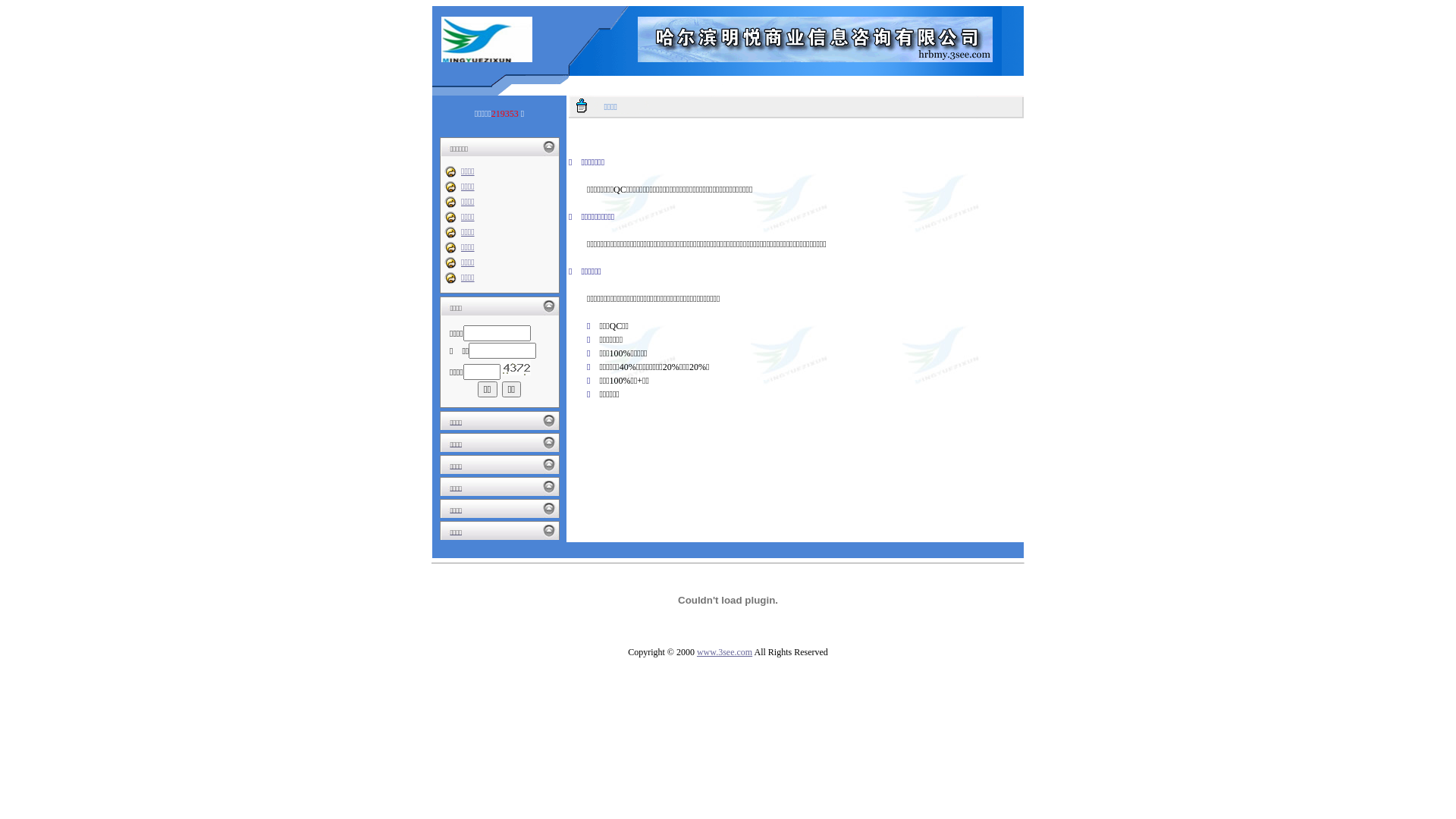 This screenshot has width=1456, height=819. Describe the element at coordinates (723, 651) in the screenshot. I see `'www.3see.com'` at that location.